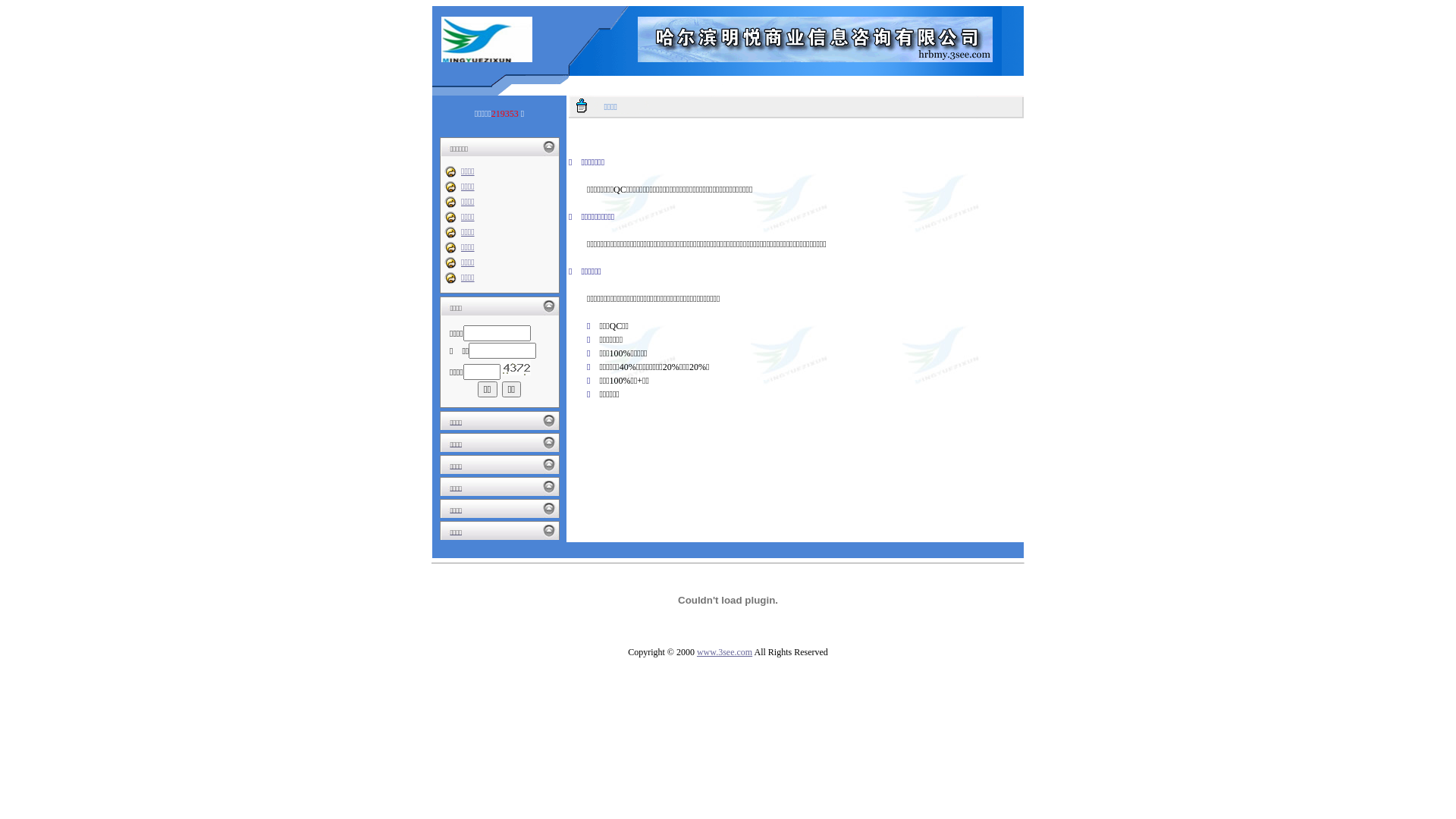 This screenshot has width=1456, height=819. Describe the element at coordinates (723, 651) in the screenshot. I see `'www.3see.com'` at that location.